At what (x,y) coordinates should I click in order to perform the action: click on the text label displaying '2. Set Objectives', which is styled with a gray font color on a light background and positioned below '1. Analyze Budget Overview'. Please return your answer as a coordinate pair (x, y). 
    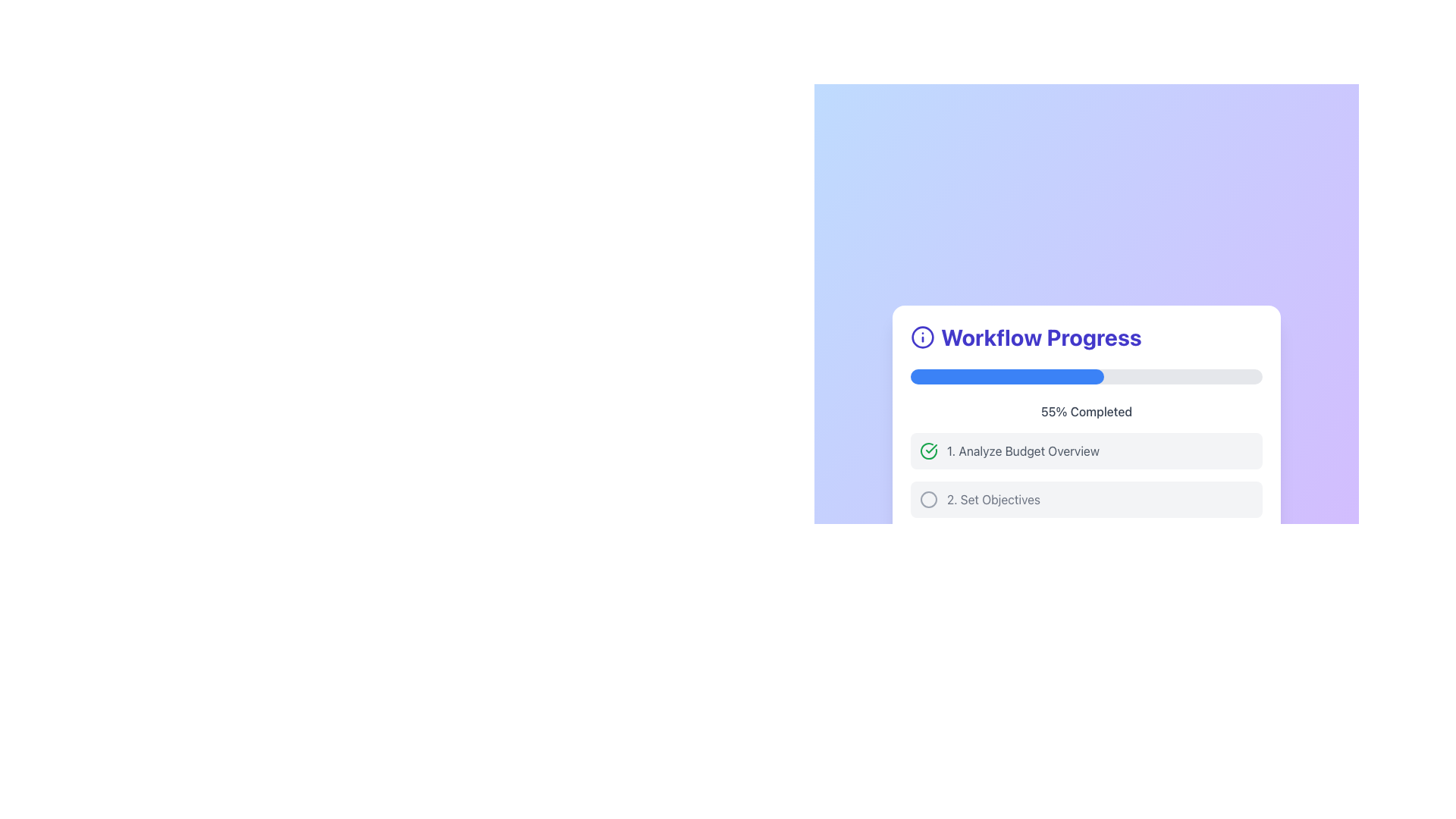
    Looking at the image, I should click on (993, 500).